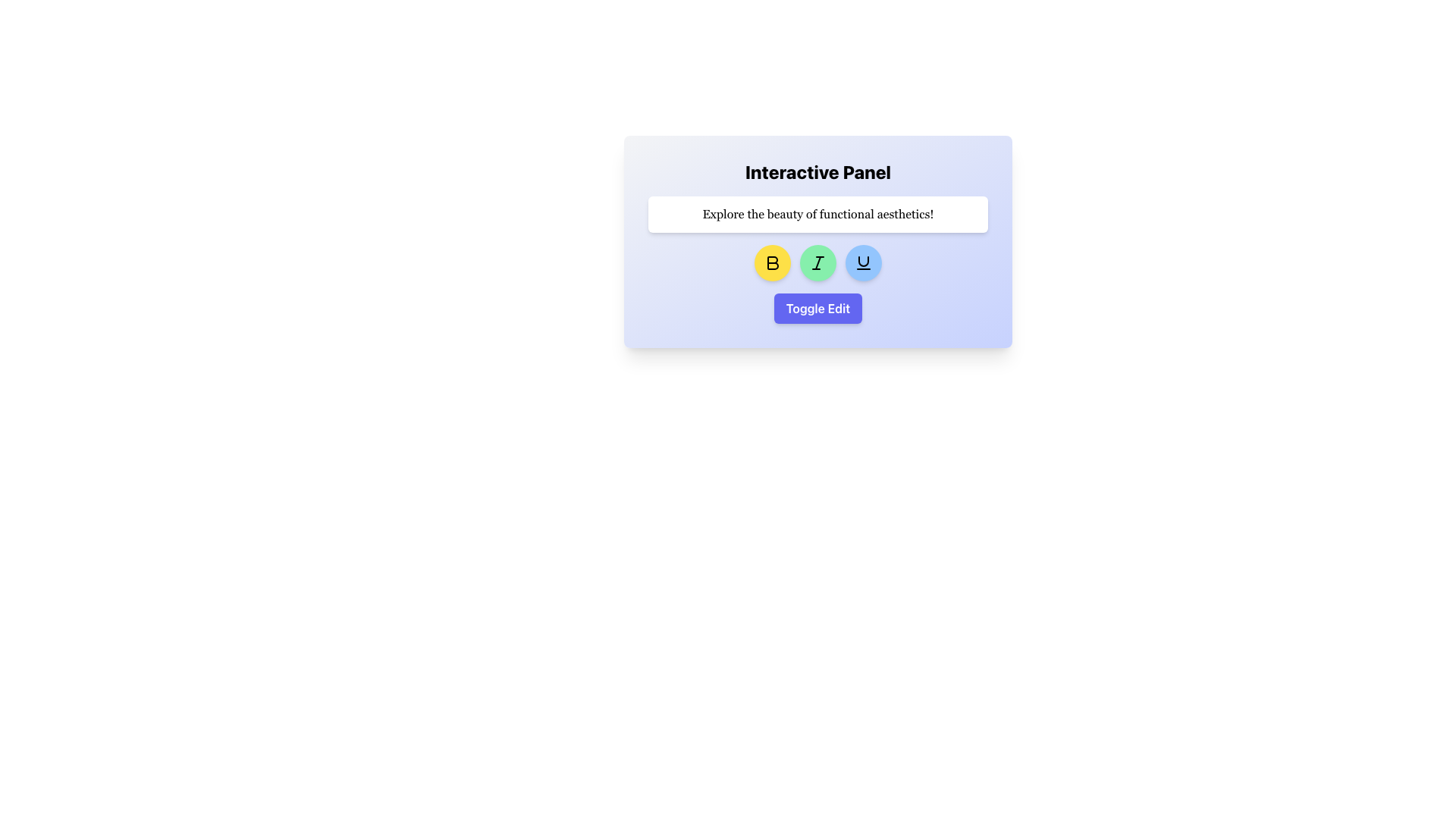  What do you see at coordinates (863, 262) in the screenshot?
I see `the underline icon button, which is the third circular button from the left in a horizontal row` at bounding box center [863, 262].